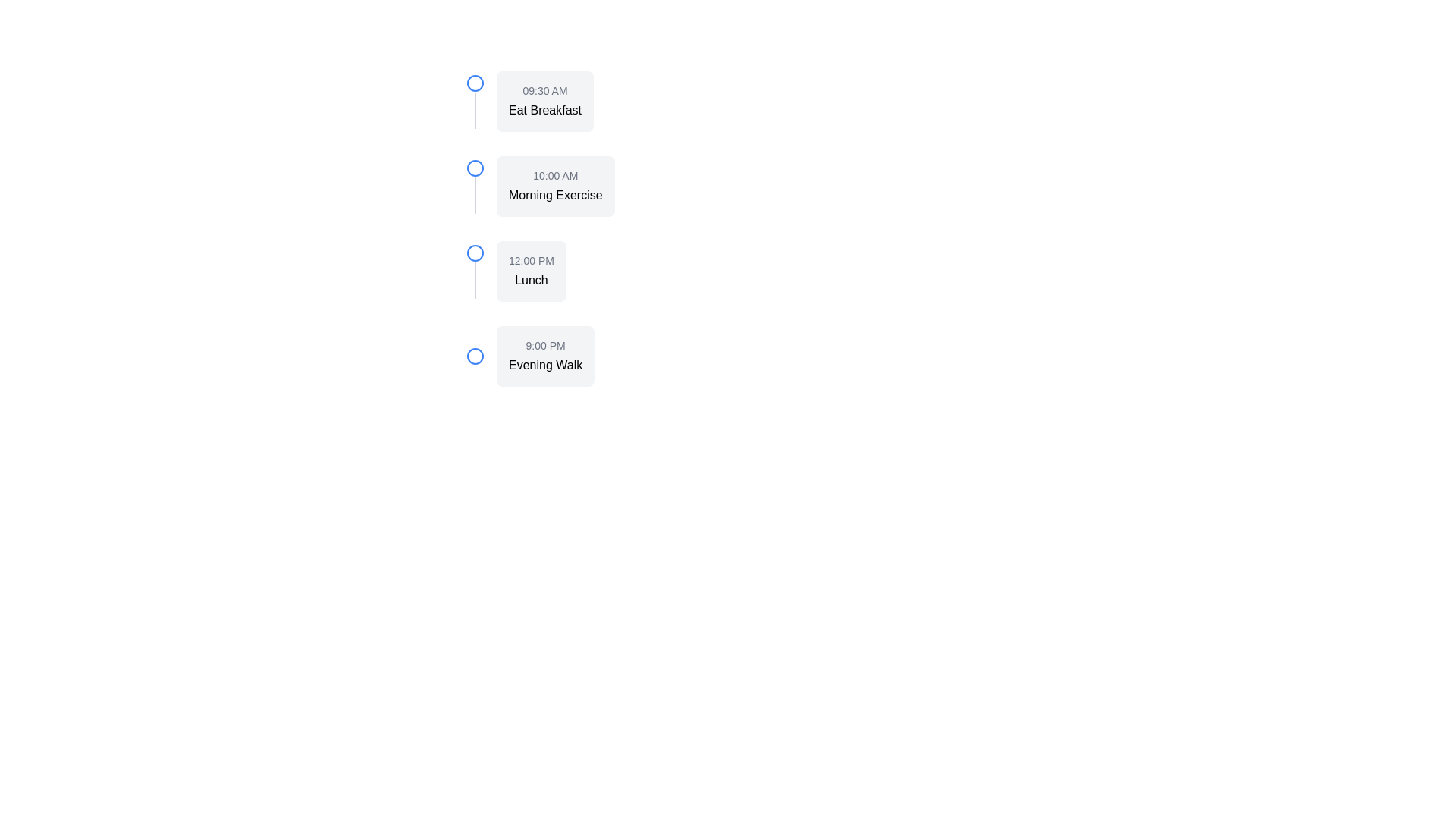  Describe the element at coordinates (623, 356) in the screenshot. I see `the fourth timeline entry labeled '9:00 PM' and 'Evening Walk'` at that location.